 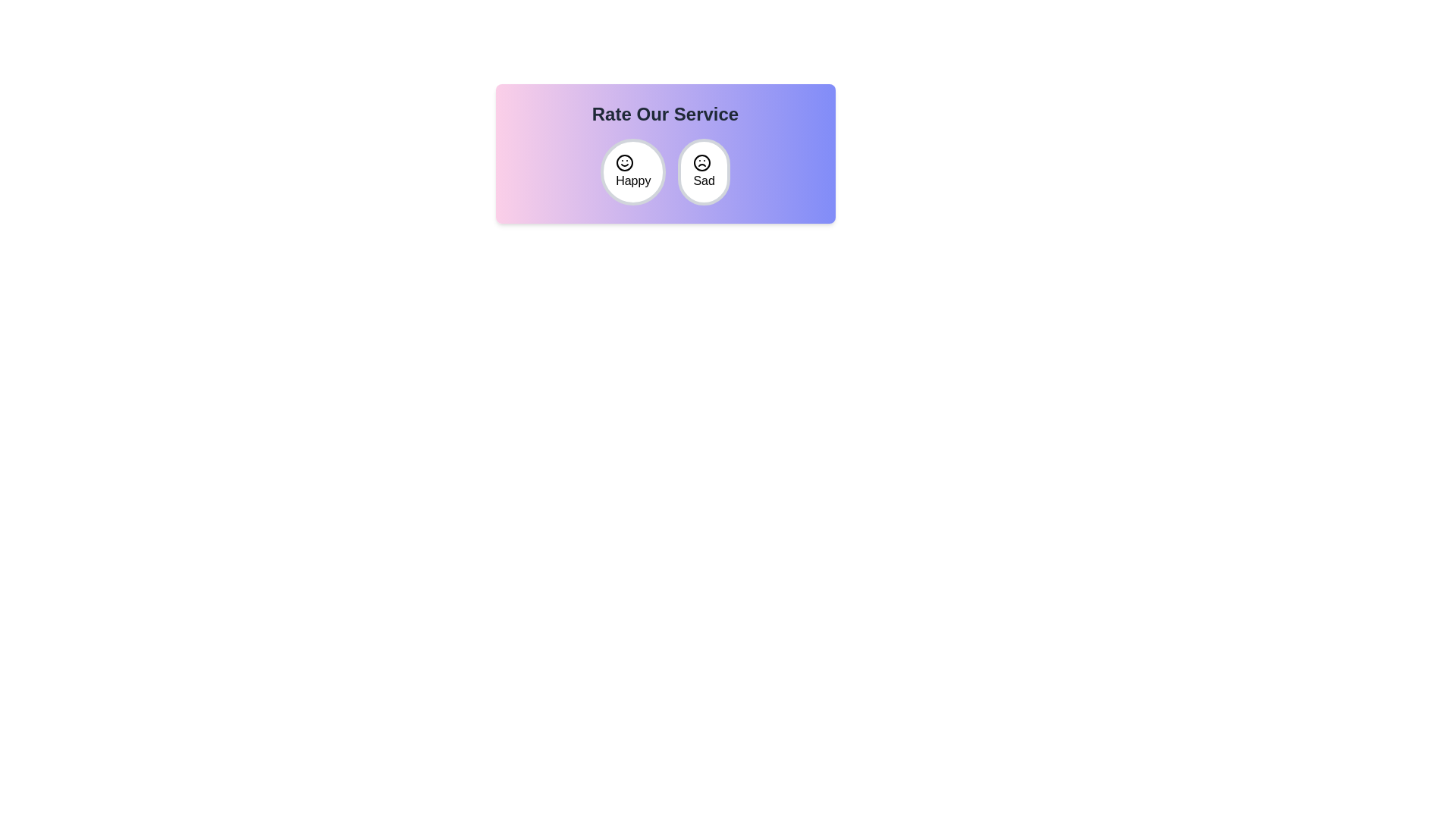 What do you see at coordinates (633, 171) in the screenshot?
I see `the emoji Happy to observe the hover effect` at bounding box center [633, 171].